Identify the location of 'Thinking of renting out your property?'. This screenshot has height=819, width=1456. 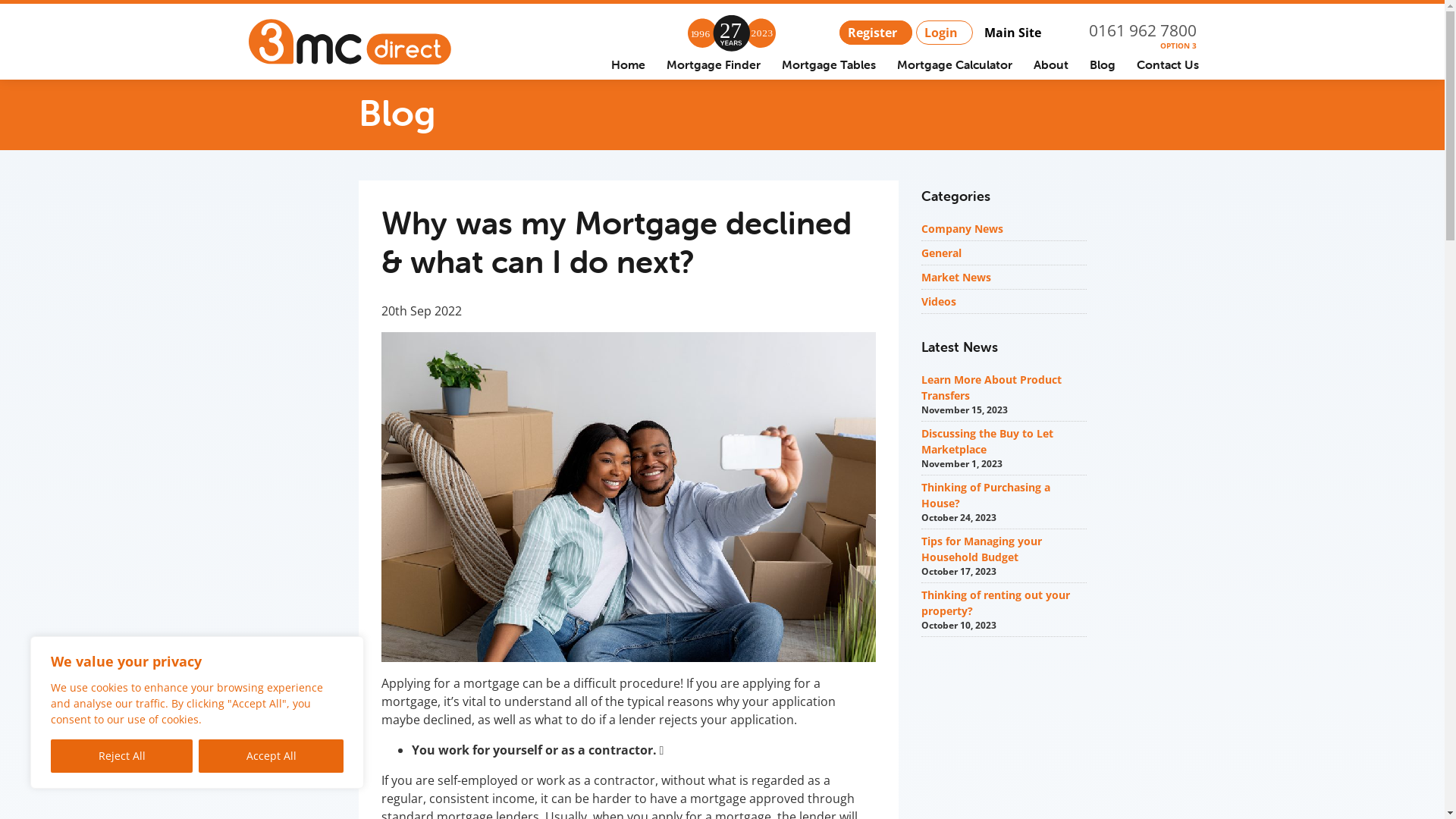
(996, 601).